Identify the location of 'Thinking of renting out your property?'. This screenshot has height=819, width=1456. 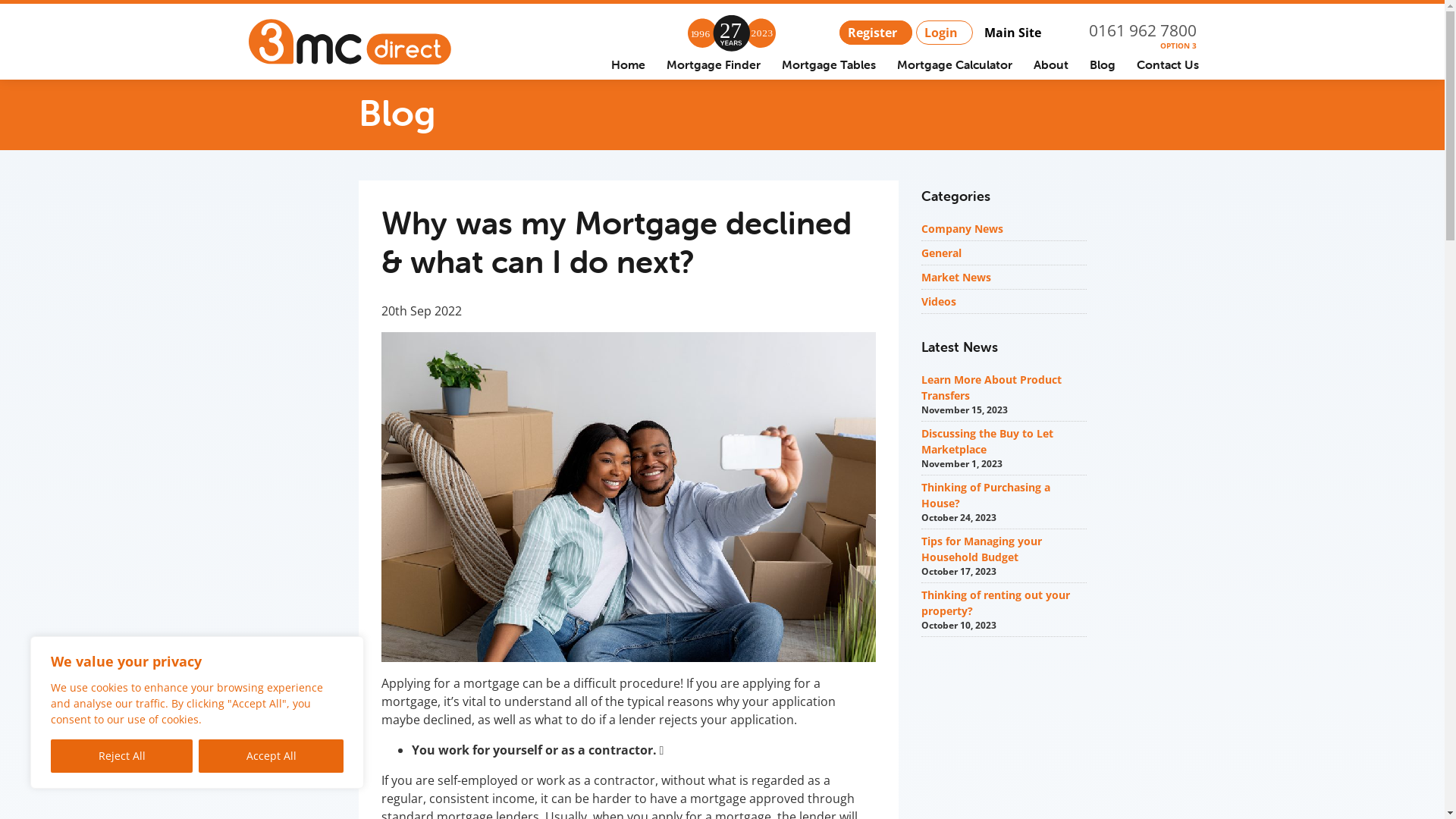
(996, 601).